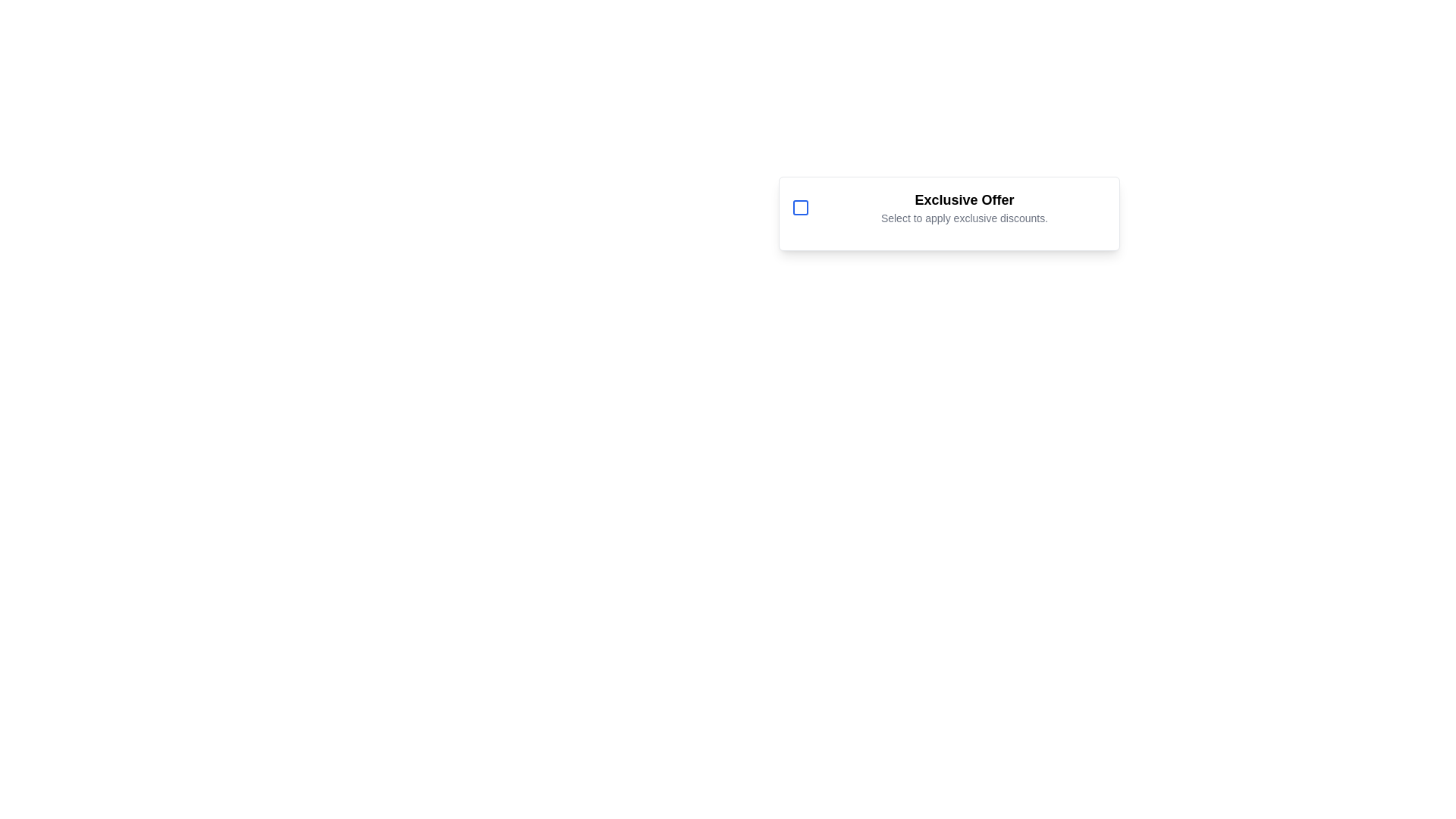  I want to click on the blue stroke square icon located to the left of the 'Exclusive Offer' text, so click(800, 207).